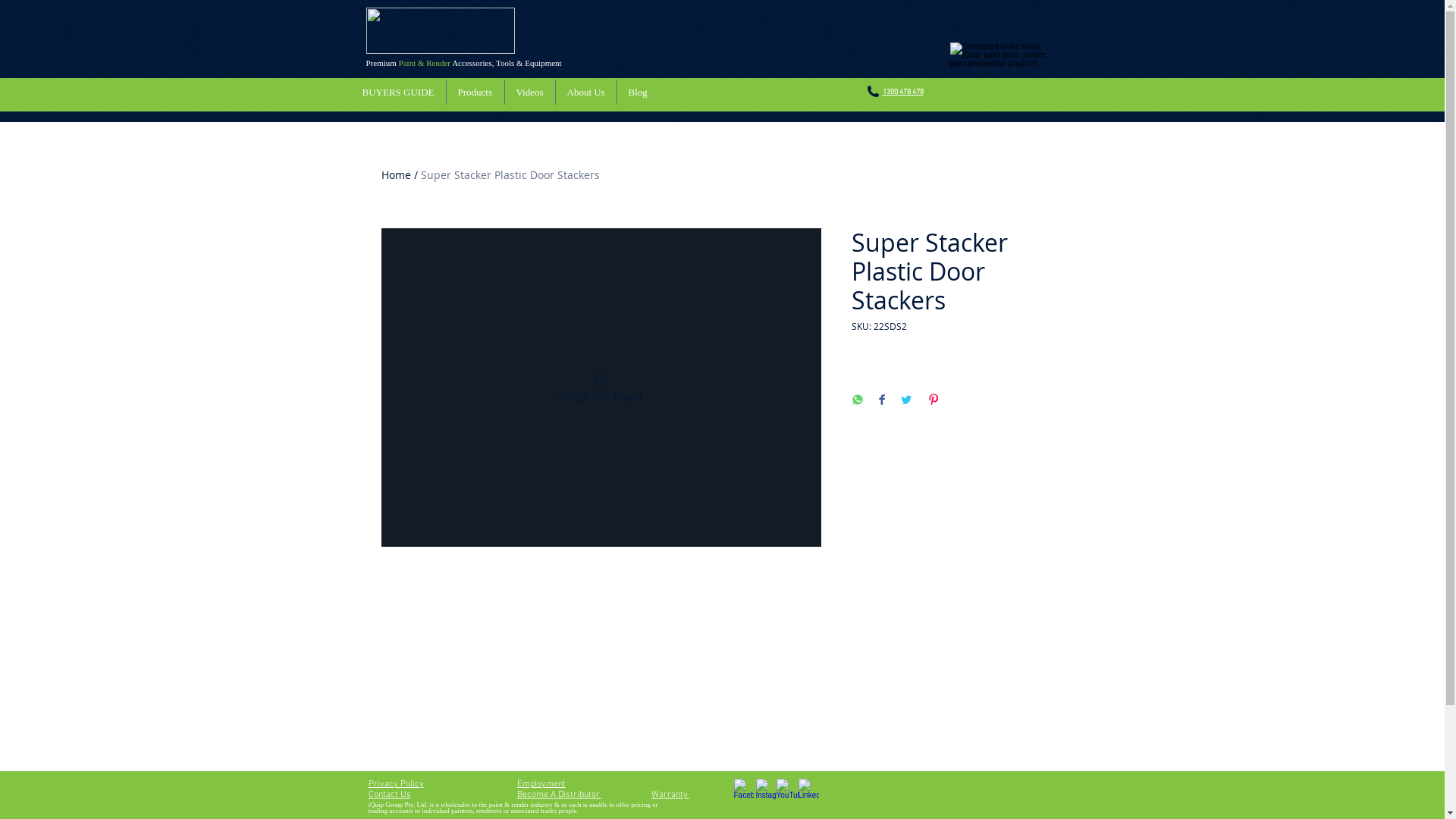  Describe the element at coordinates (397, 92) in the screenshot. I see `'BUYERS GUIDE'` at that location.